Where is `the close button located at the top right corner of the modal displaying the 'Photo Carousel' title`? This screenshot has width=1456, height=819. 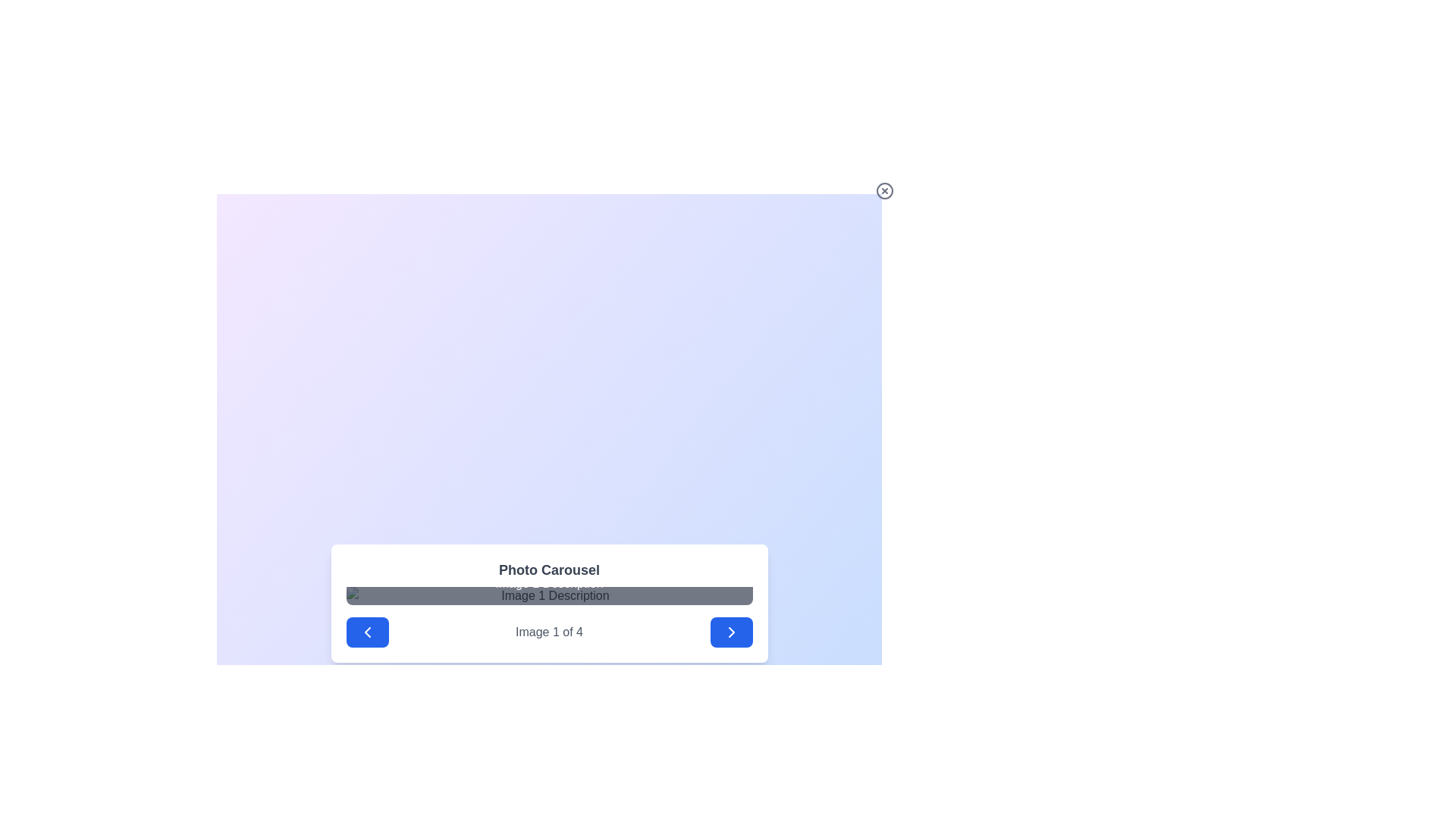 the close button located at the top right corner of the modal displaying the 'Photo Carousel' title is located at coordinates (884, 190).